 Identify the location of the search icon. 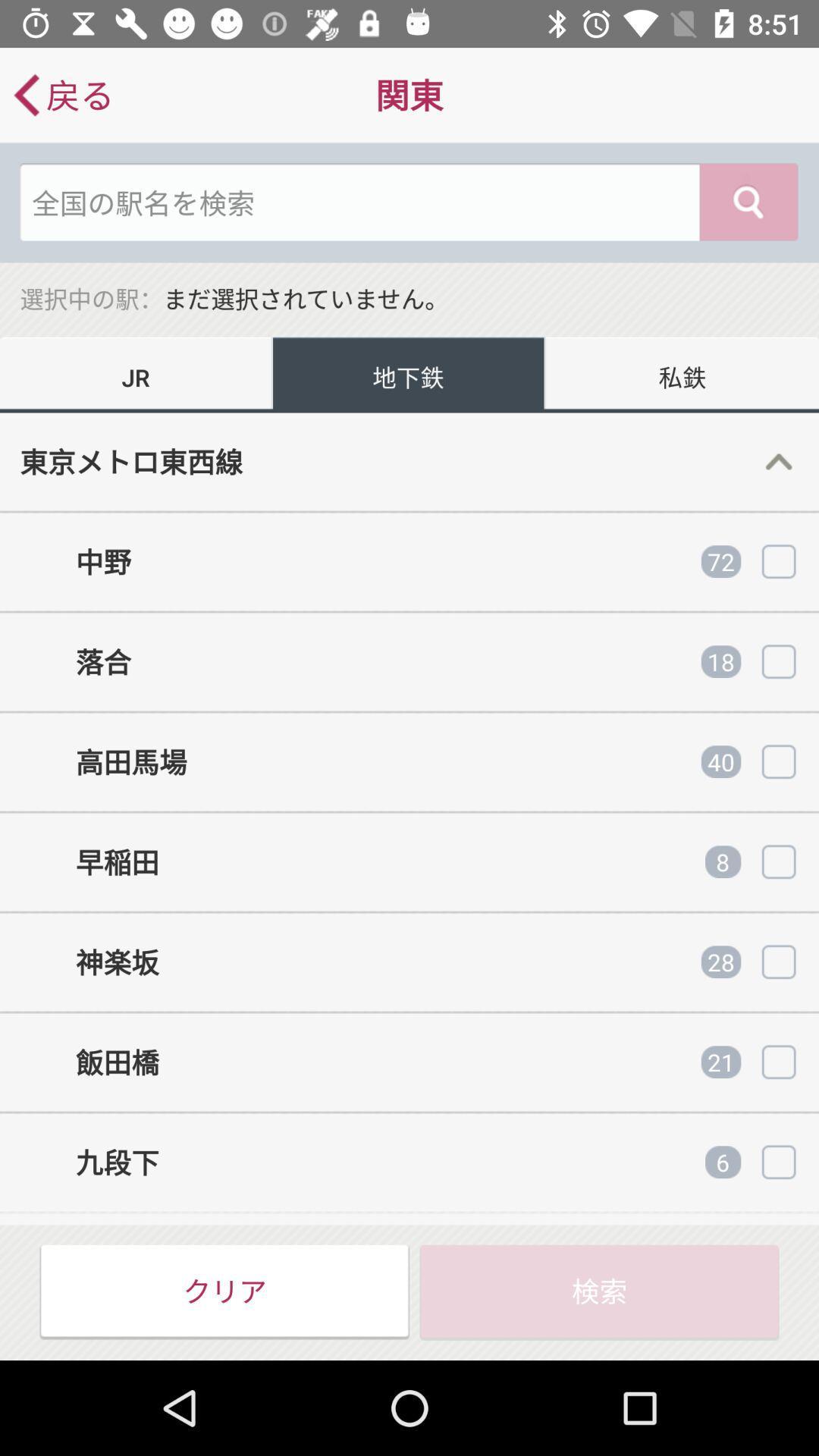
(748, 202).